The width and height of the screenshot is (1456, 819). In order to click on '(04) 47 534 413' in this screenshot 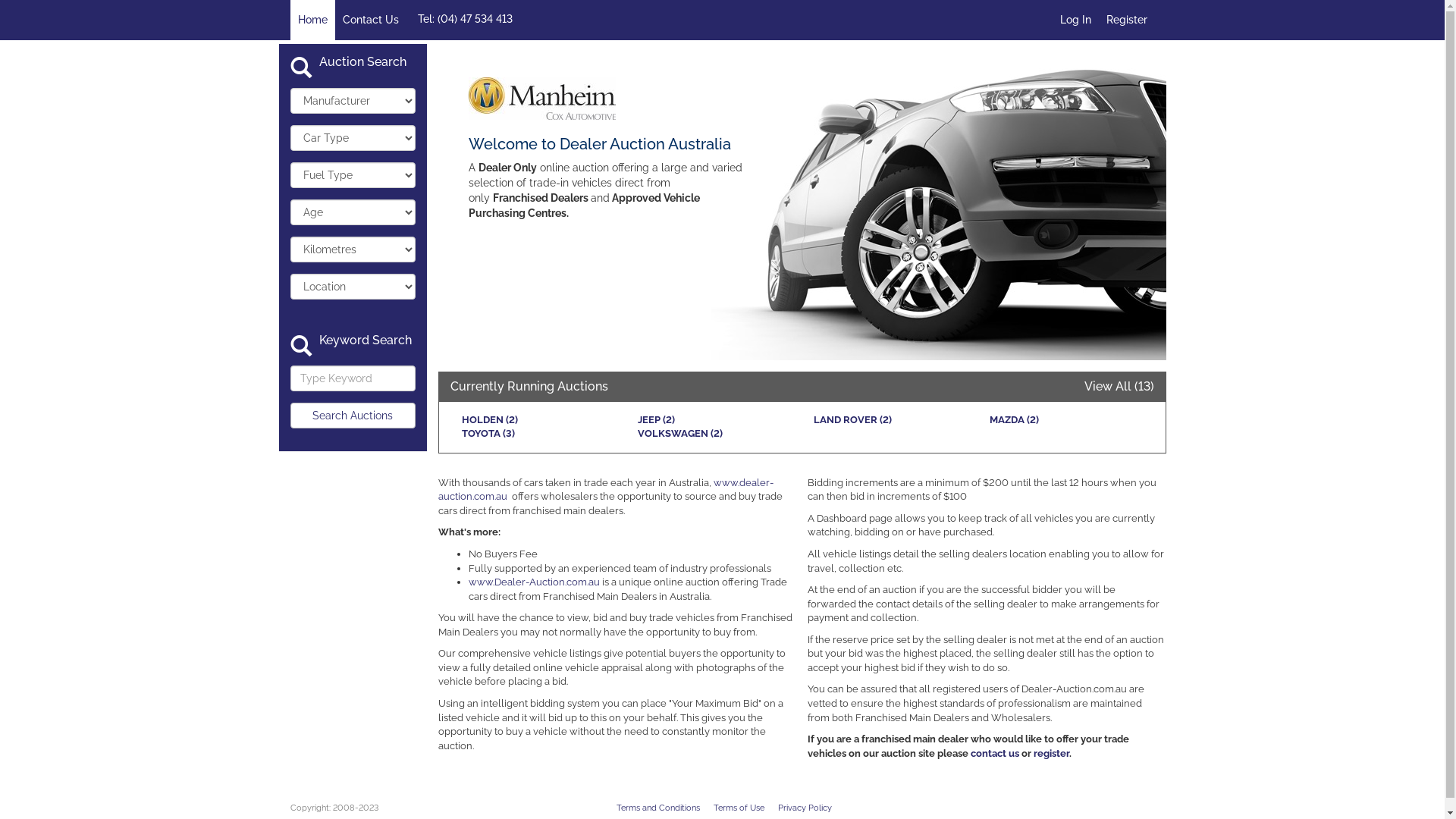, I will do `click(436, 18)`.